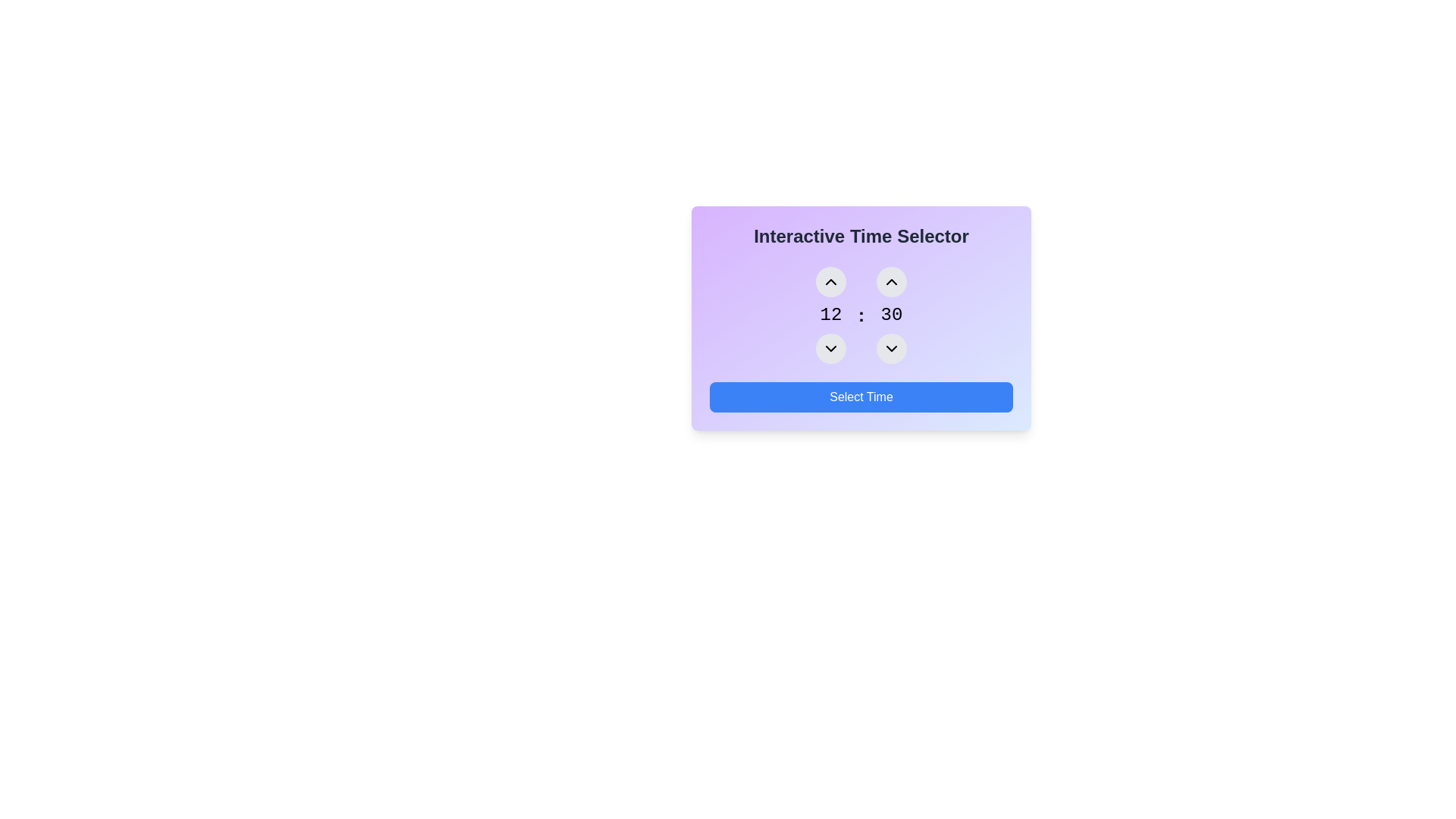 This screenshot has width=1456, height=819. Describe the element at coordinates (892, 348) in the screenshot. I see `the circular button that decreases the number displayed above it, which currently shows '30'` at that location.